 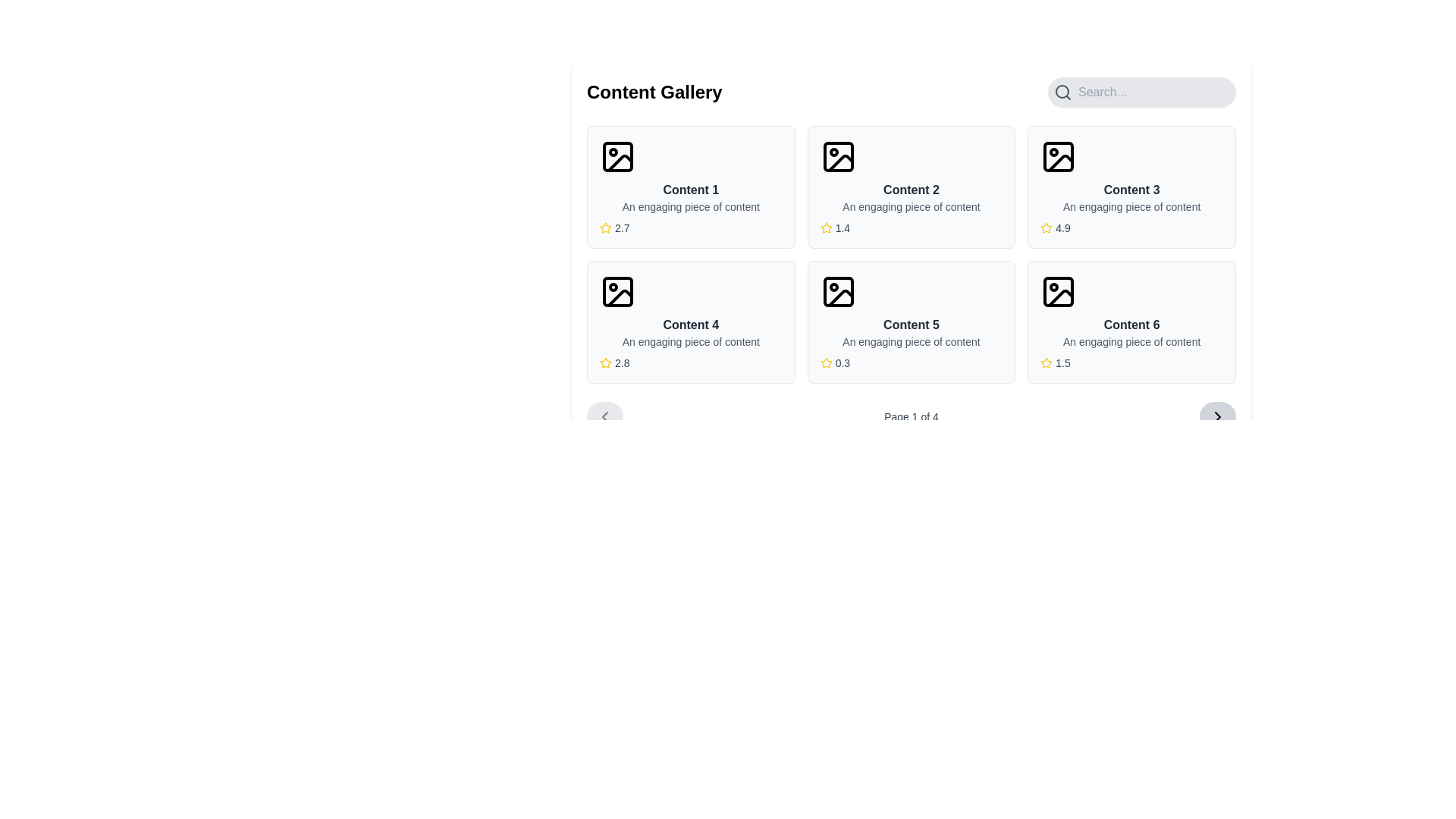 I want to click on the text display element that shows 'Page 1 of 4', which is styled in a small gray font and located at the bottom of the page, horizontally centered in the control bar, so click(x=910, y=417).